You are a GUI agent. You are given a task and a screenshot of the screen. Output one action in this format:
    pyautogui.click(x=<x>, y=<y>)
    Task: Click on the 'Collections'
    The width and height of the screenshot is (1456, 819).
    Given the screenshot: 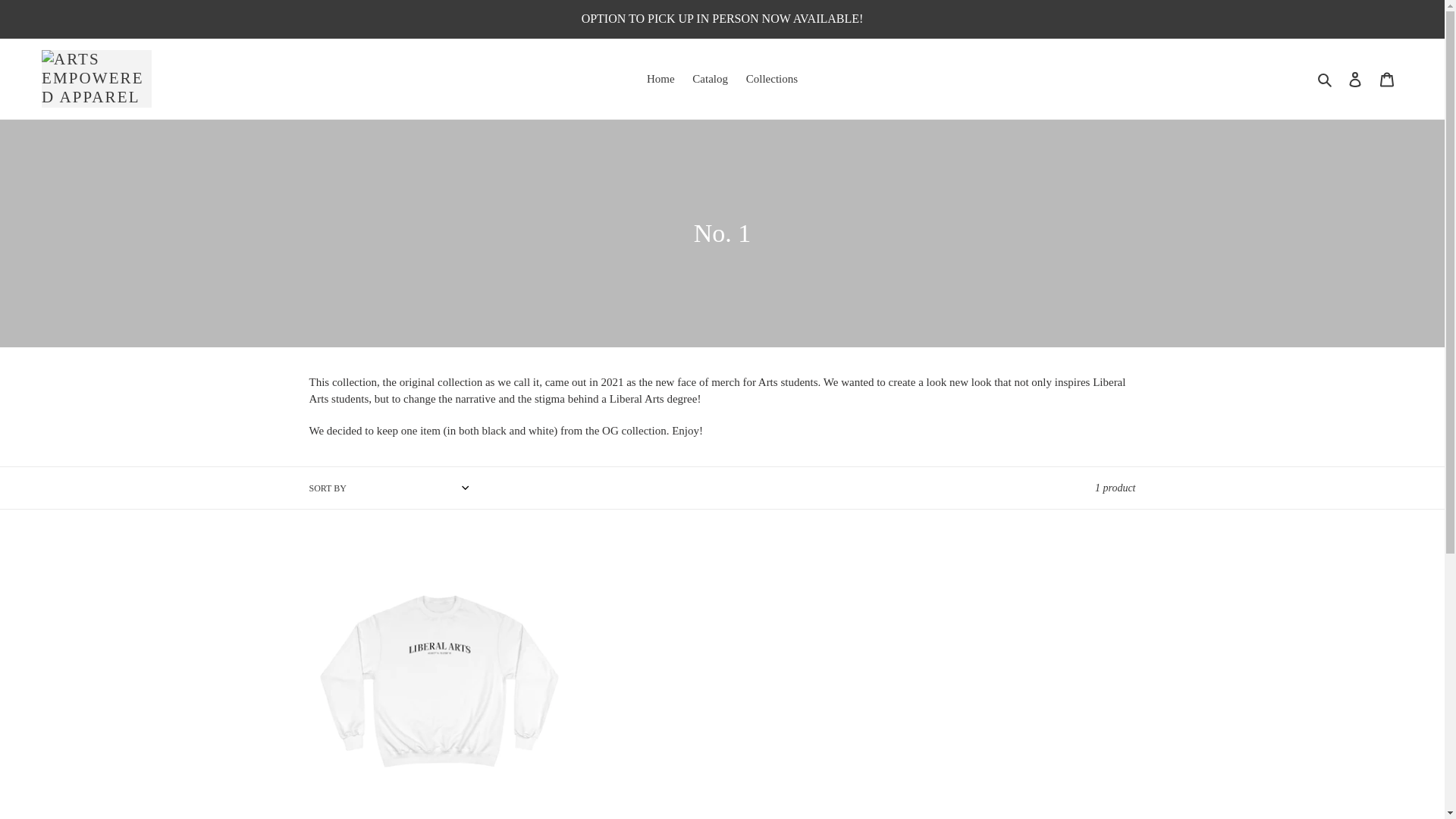 What is the action you would take?
    pyautogui.click(x=771, y=79)
    